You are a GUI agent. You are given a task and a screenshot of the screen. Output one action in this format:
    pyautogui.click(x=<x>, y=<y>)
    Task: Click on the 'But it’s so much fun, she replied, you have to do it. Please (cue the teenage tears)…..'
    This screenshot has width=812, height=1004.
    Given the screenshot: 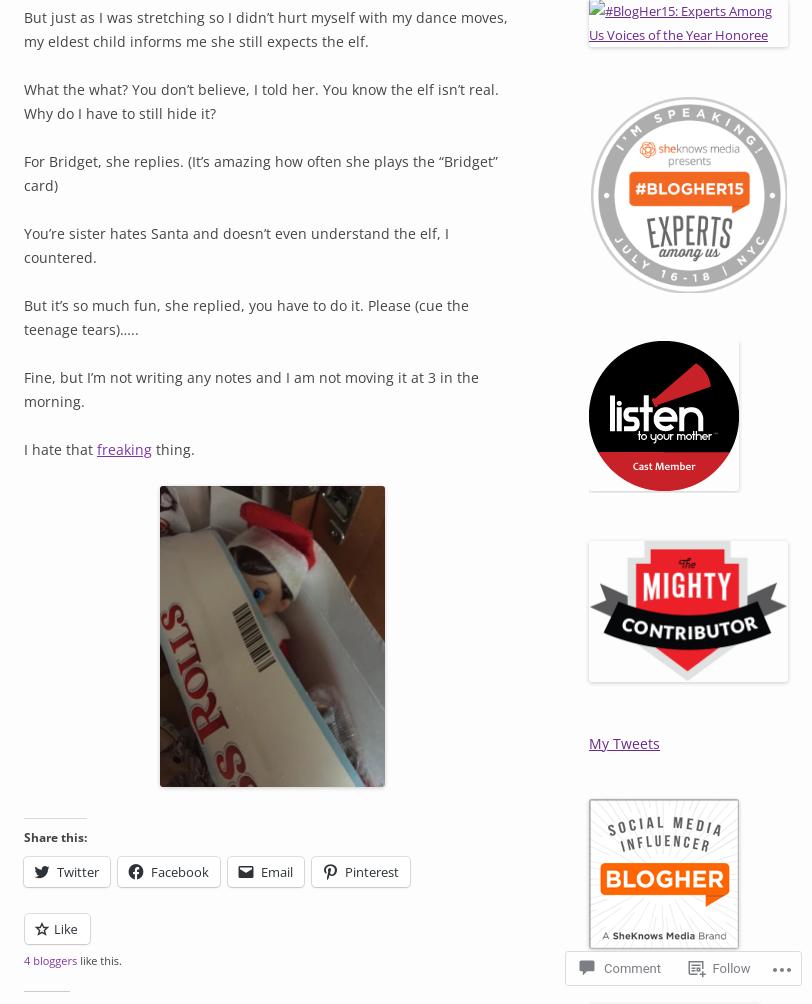 What is the action you would take?
    pyautogui.click(x=24, y=316)
    